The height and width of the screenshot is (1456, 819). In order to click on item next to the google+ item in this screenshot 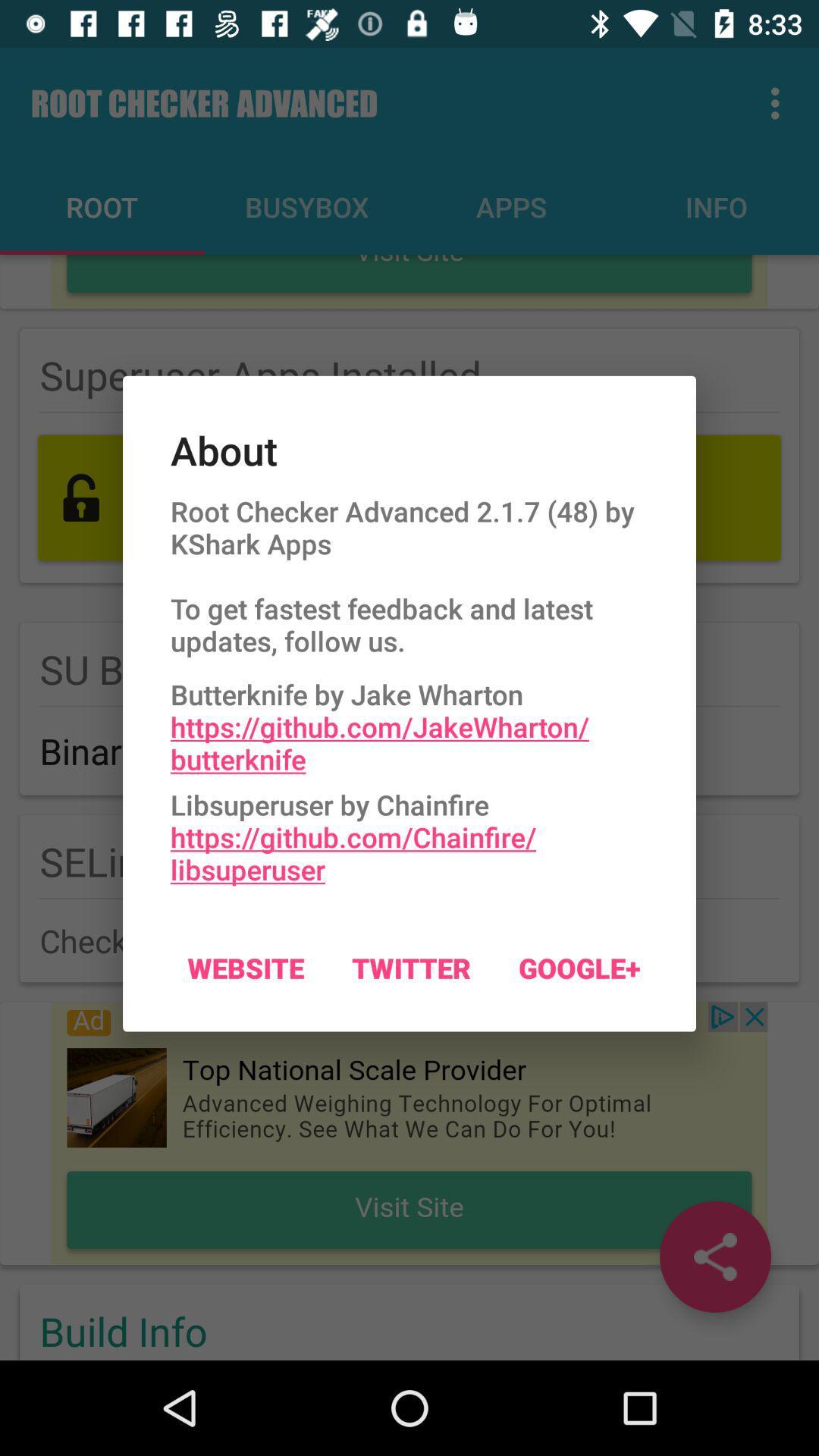, I will do `click(411, 967)`.